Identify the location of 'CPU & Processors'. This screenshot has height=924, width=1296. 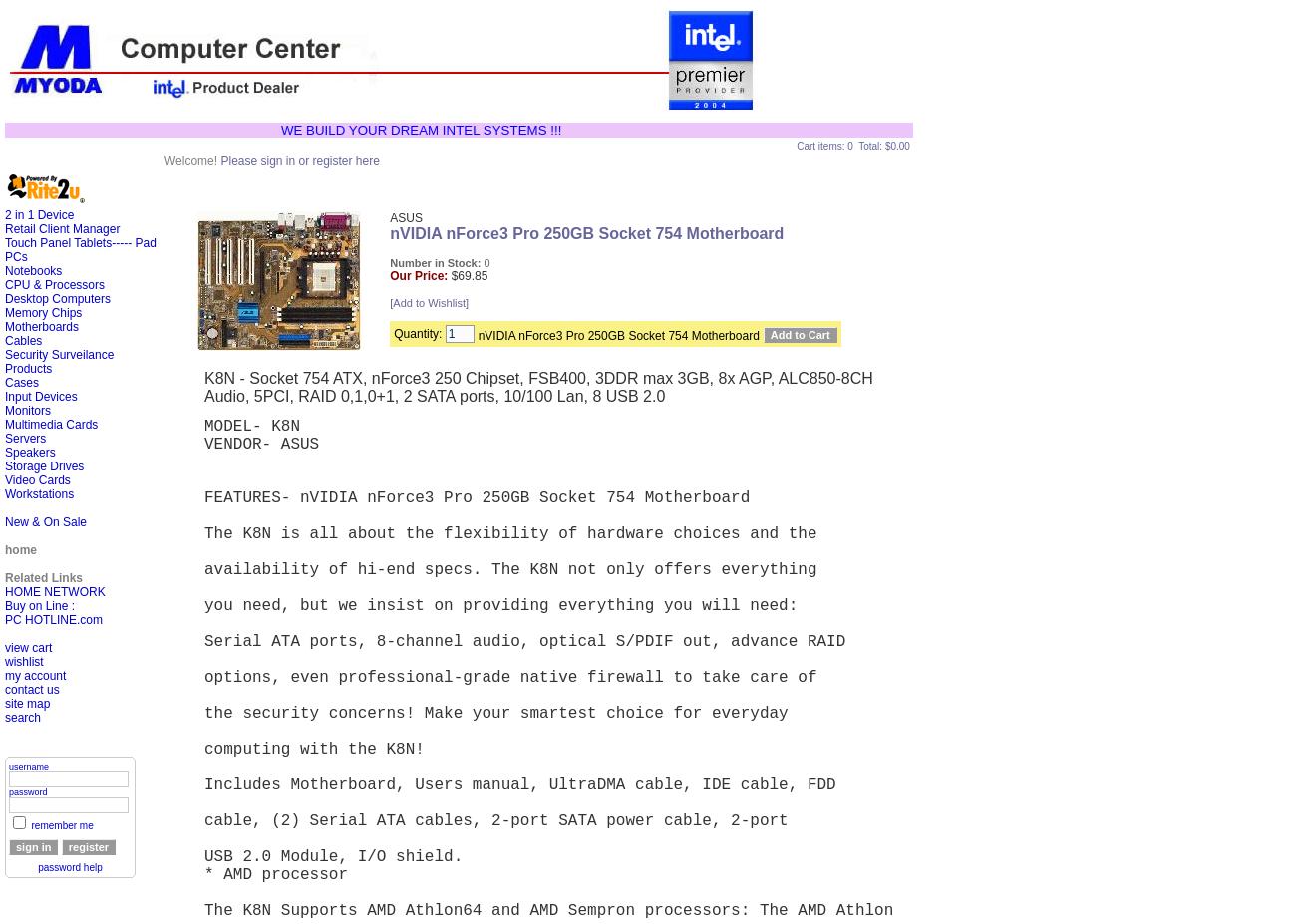
(53, 284).